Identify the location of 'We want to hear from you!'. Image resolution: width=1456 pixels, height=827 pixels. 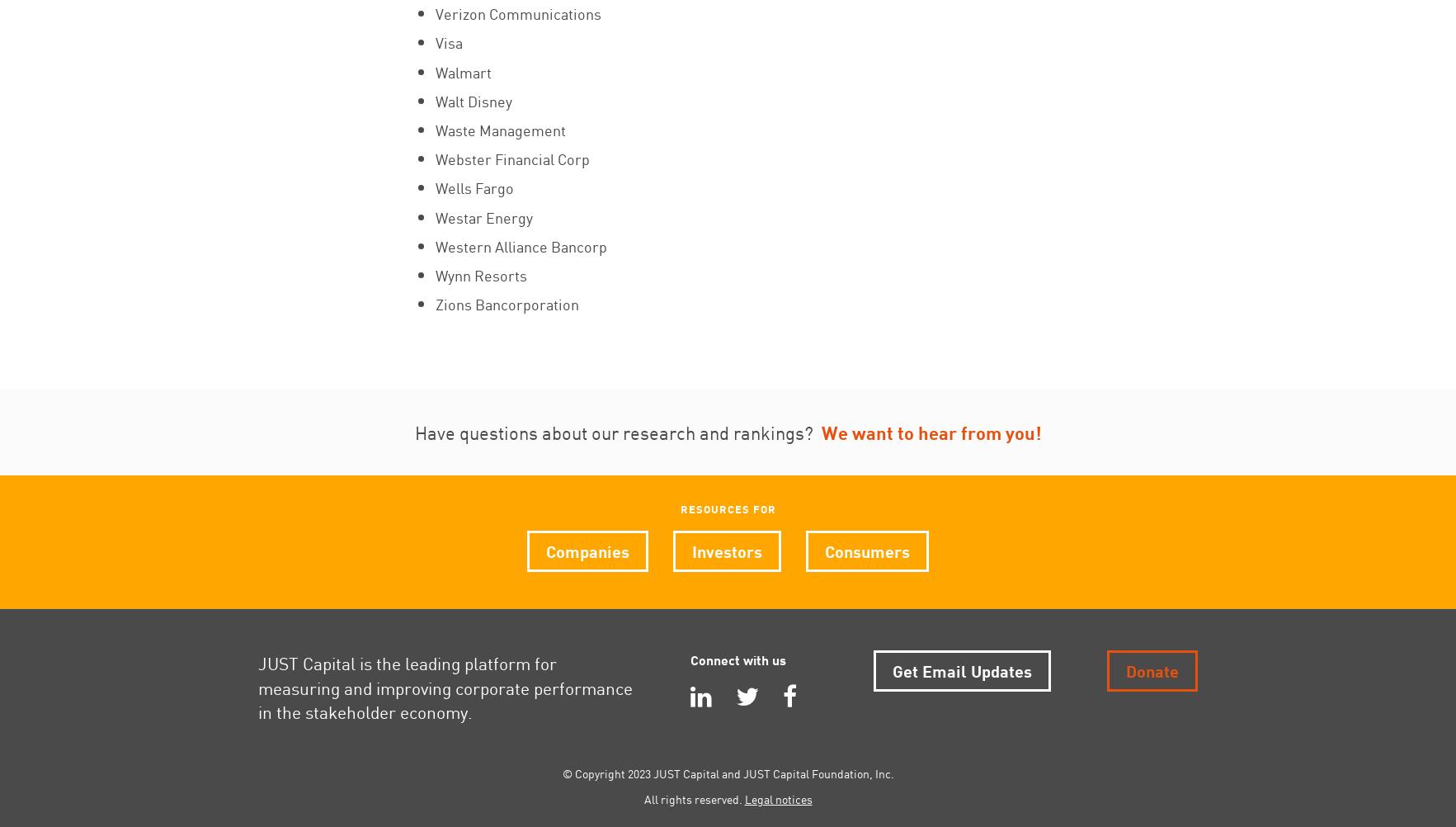
(931, 432).